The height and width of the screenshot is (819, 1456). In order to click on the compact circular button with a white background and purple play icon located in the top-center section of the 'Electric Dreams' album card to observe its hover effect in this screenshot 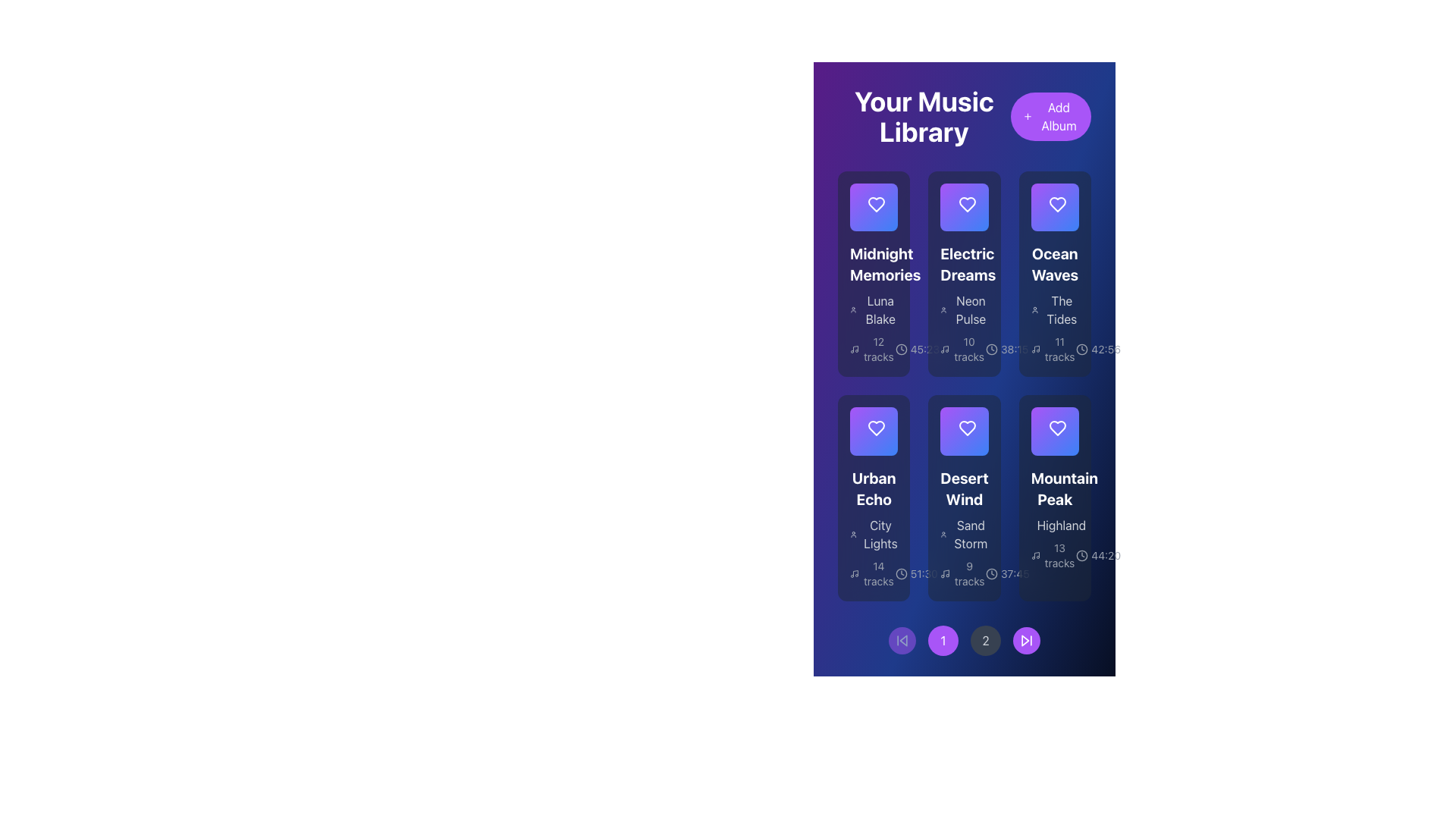, I will do `click(964, 207)`.